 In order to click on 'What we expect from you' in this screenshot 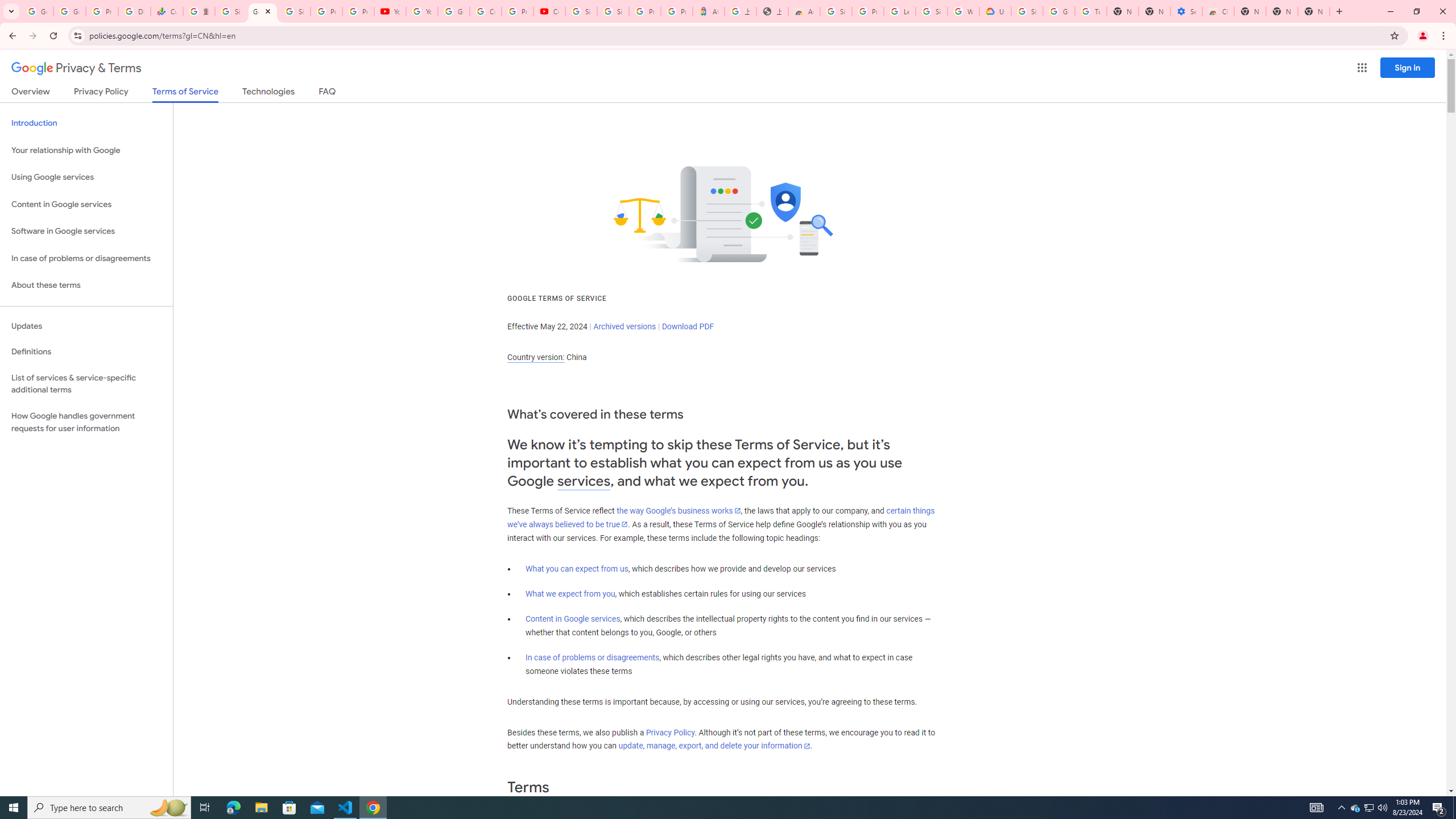, I will do `click(570, 593)`.